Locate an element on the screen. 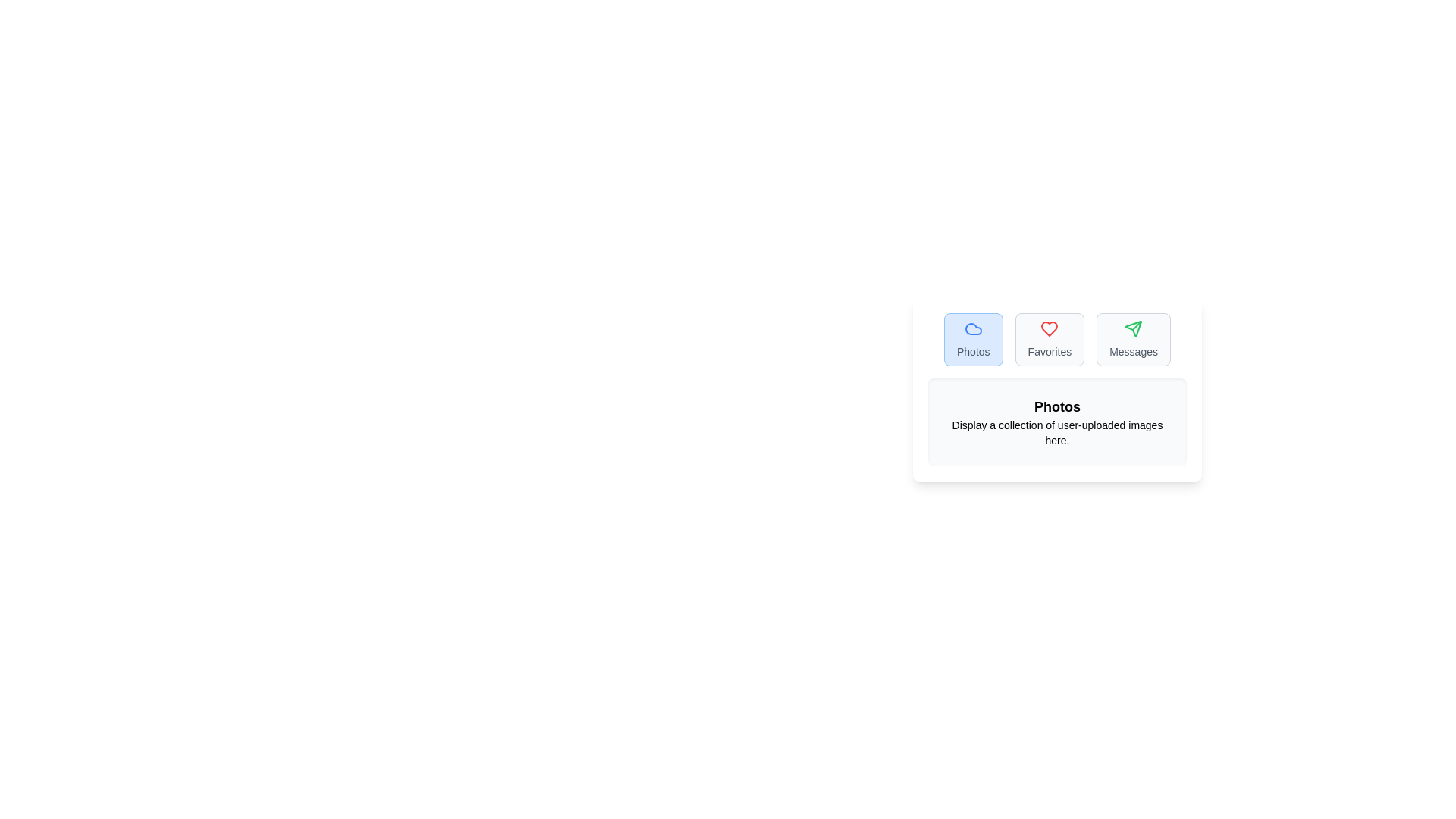 Image resolution: width=1456 pixels, height=819 pixels. text in the 'Photos' section information card located below the 'Photos', 'Favorites', and 'Messages' buttons is located at coordinates (1056, 422).